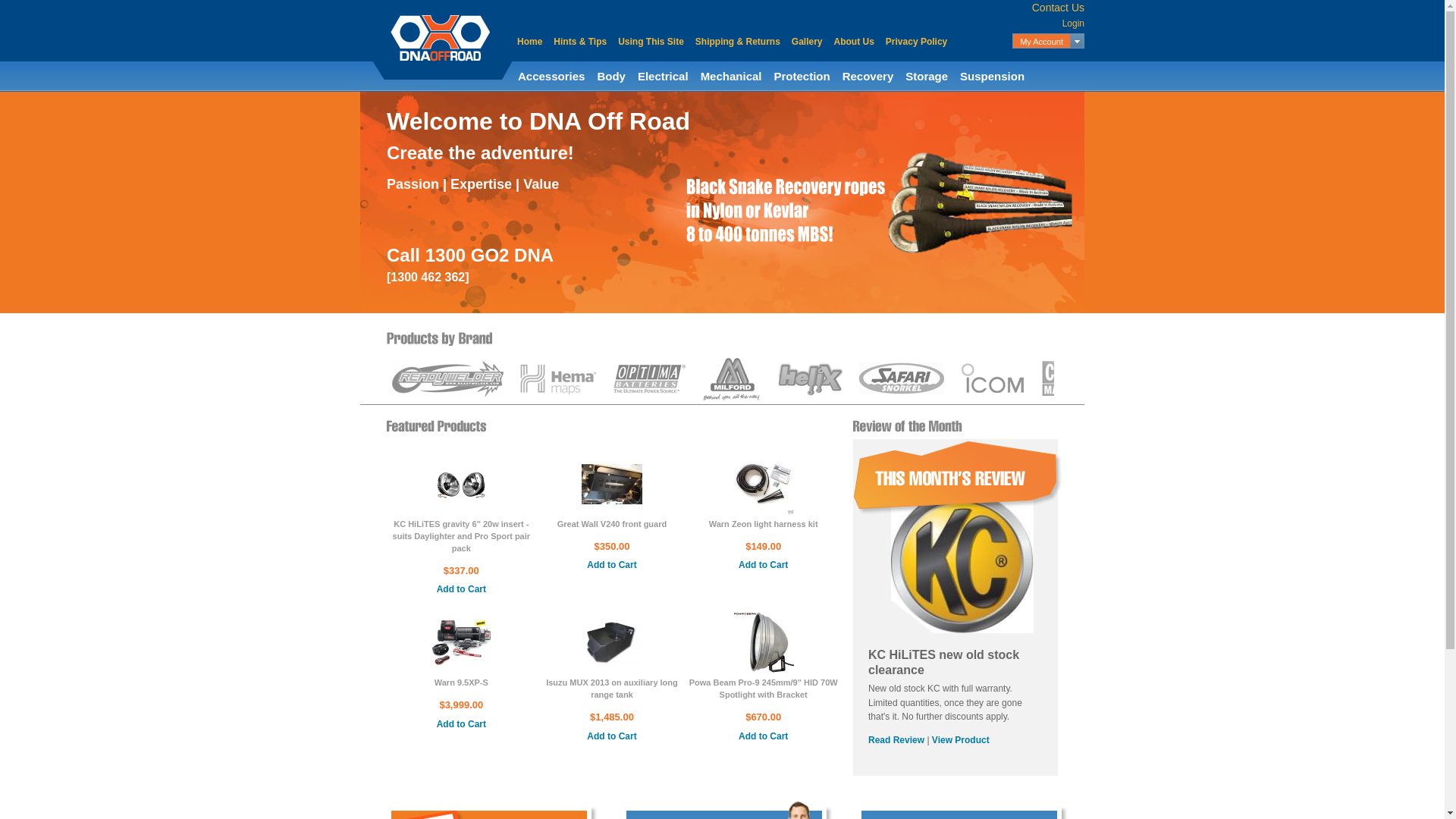  Describe the element at coordinates (896, 739) in the screenshot. I see `'Read Review'` at that location.